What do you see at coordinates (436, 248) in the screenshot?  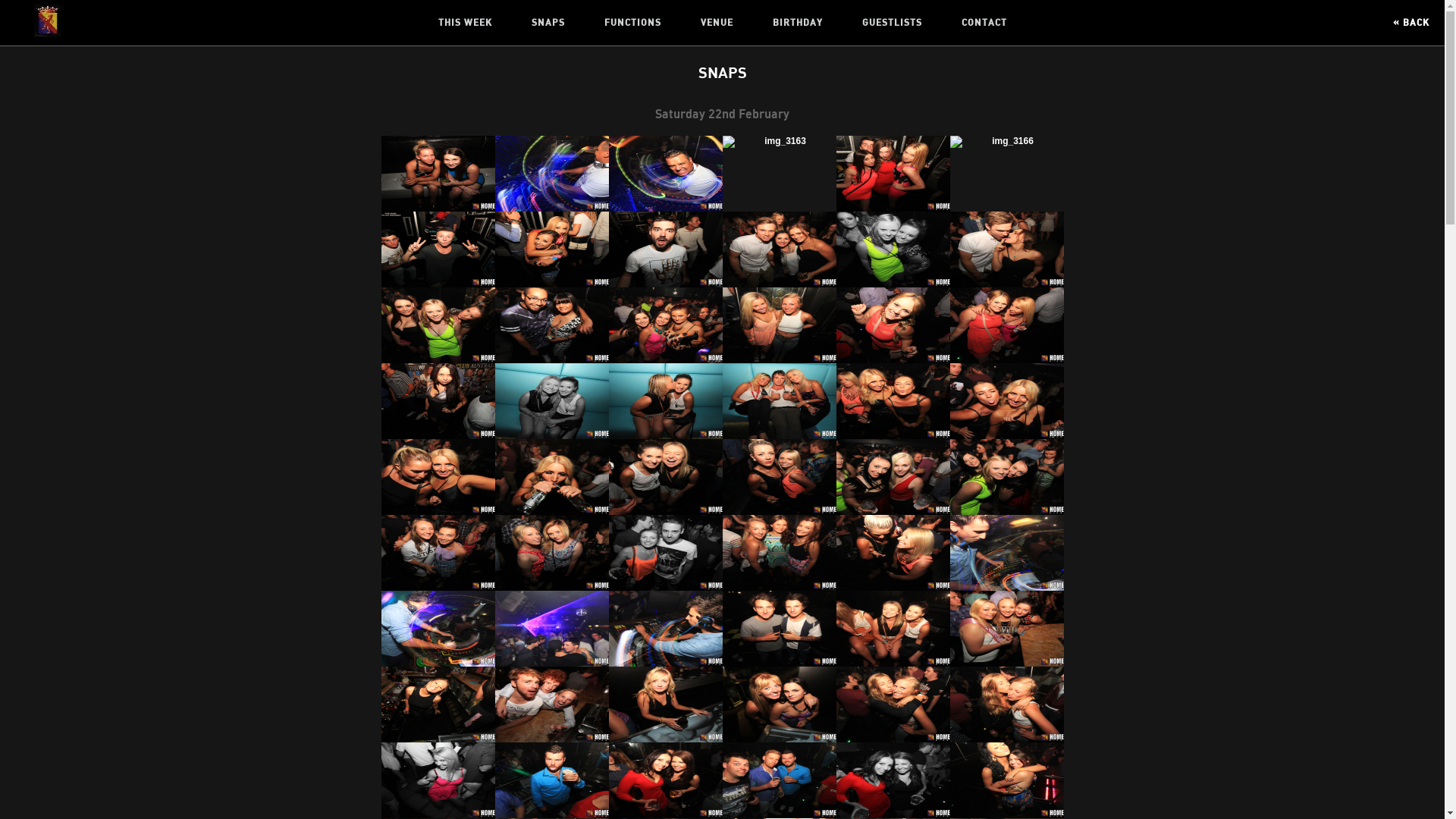 I see `' '` at bounding box center [436, 248].